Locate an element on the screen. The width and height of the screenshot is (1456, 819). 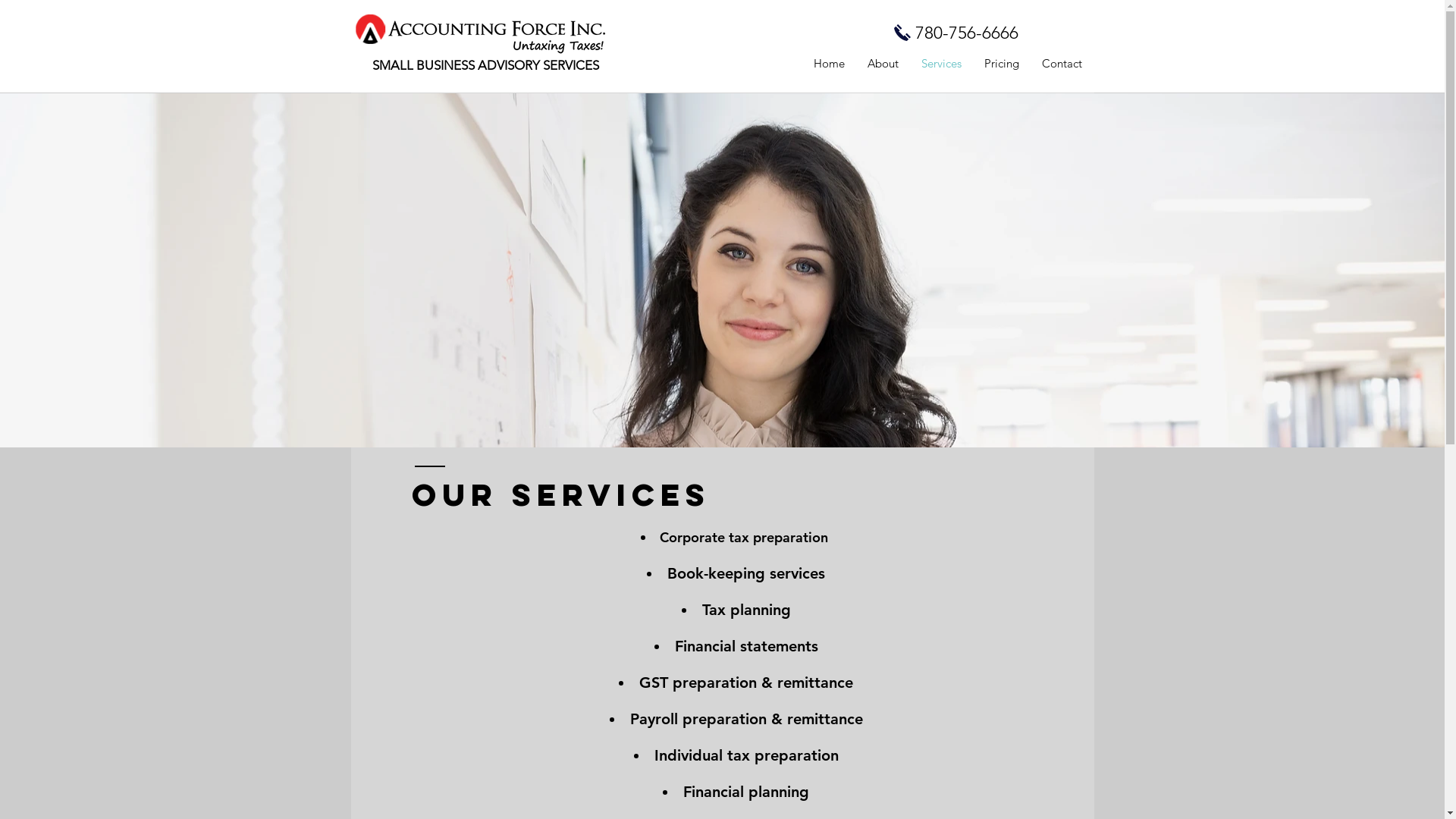
'Home' is located at coordinates (828, 63).